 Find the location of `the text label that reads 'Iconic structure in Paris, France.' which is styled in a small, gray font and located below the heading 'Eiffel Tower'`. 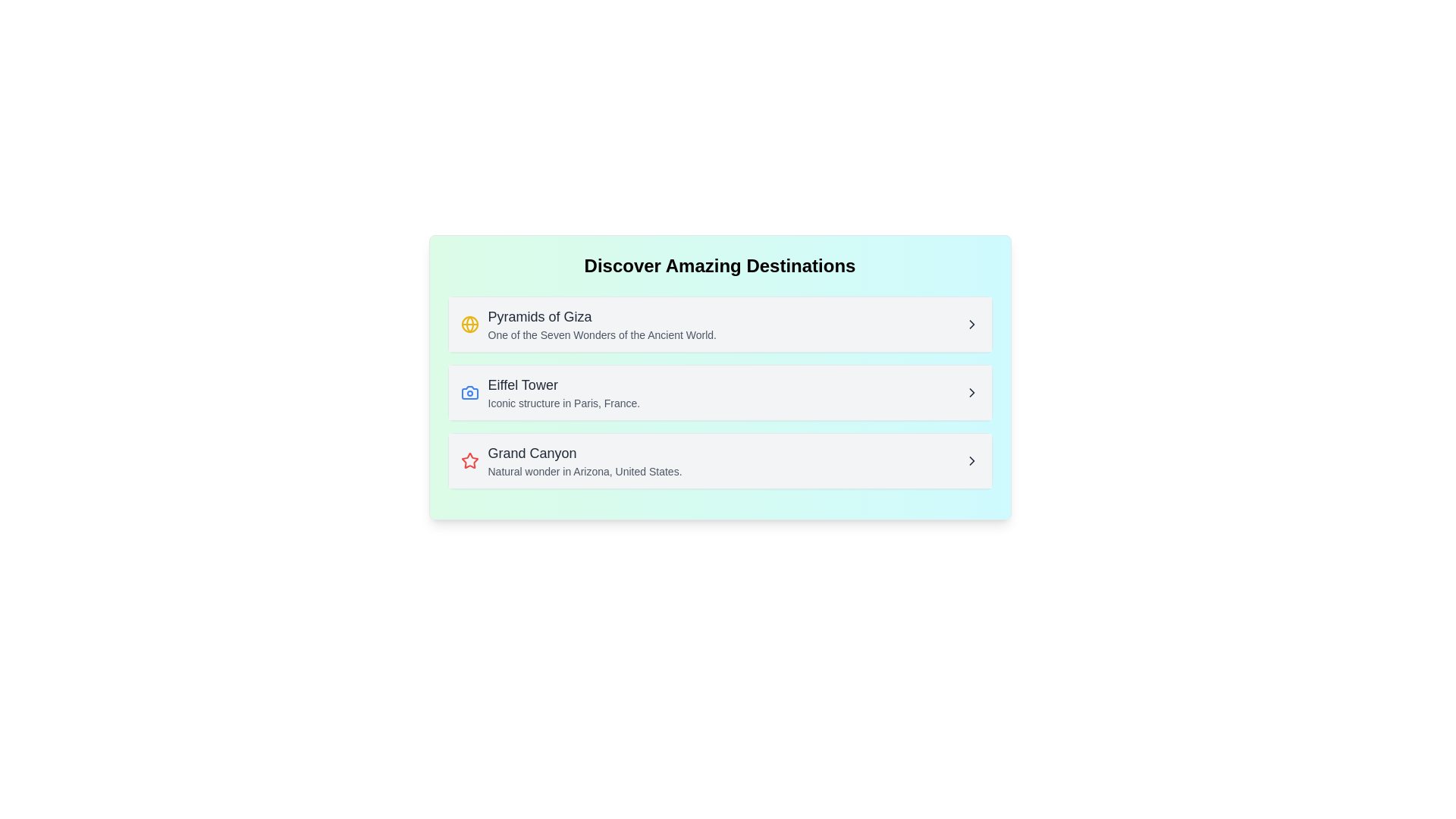

the text label that reads 'Iconic structure in Paris, France.' which is styled in a small, gray font and located below the heading 'Eiffel Tower' is located at coordinates (563, 403).